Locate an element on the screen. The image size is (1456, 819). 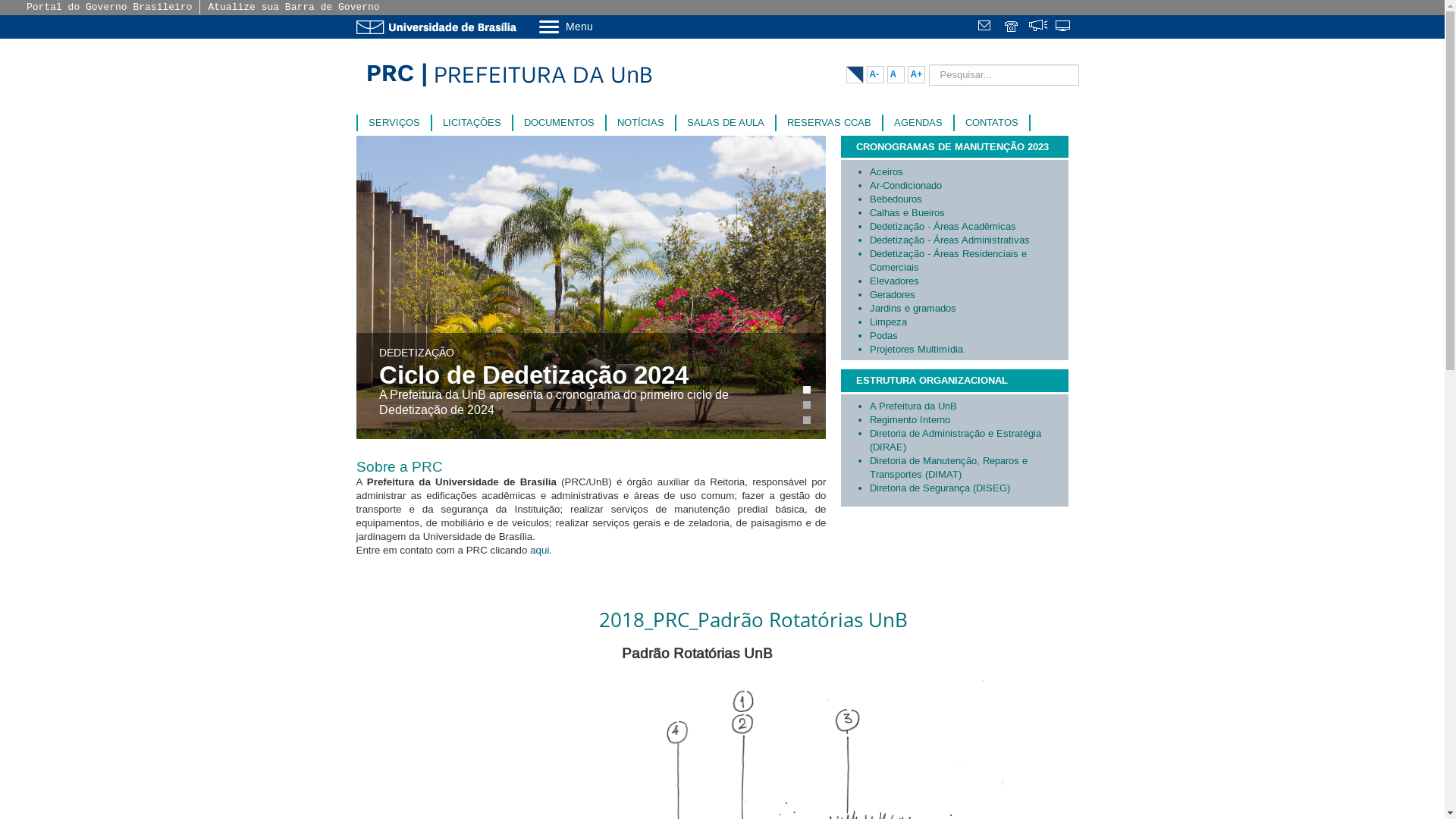
'Portal do Governo Brasileiro' is located at coordinates (26, 7).